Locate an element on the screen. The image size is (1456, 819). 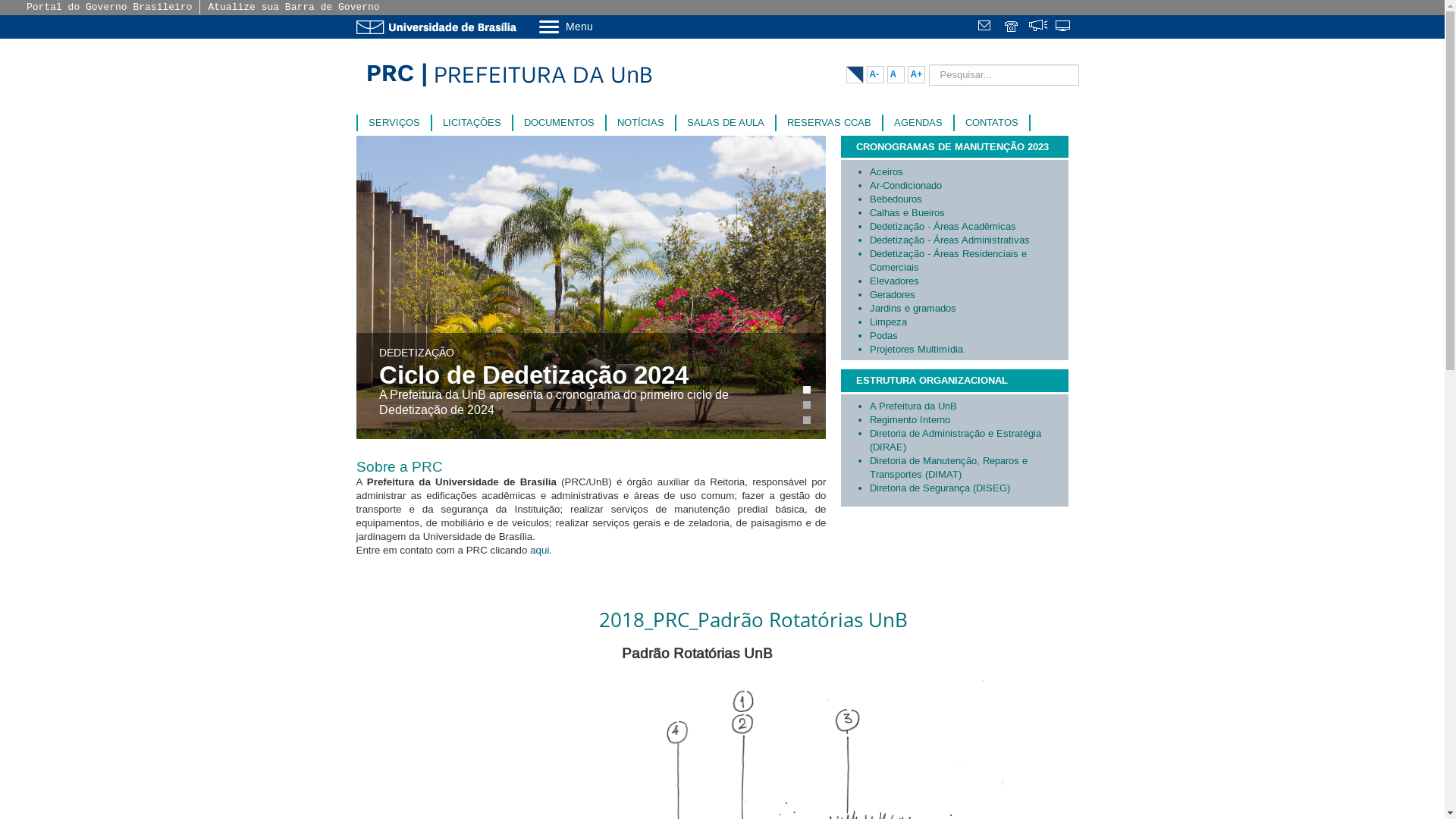
'Portal do Governo Brasileiro' is located at coordinates (26, 7).